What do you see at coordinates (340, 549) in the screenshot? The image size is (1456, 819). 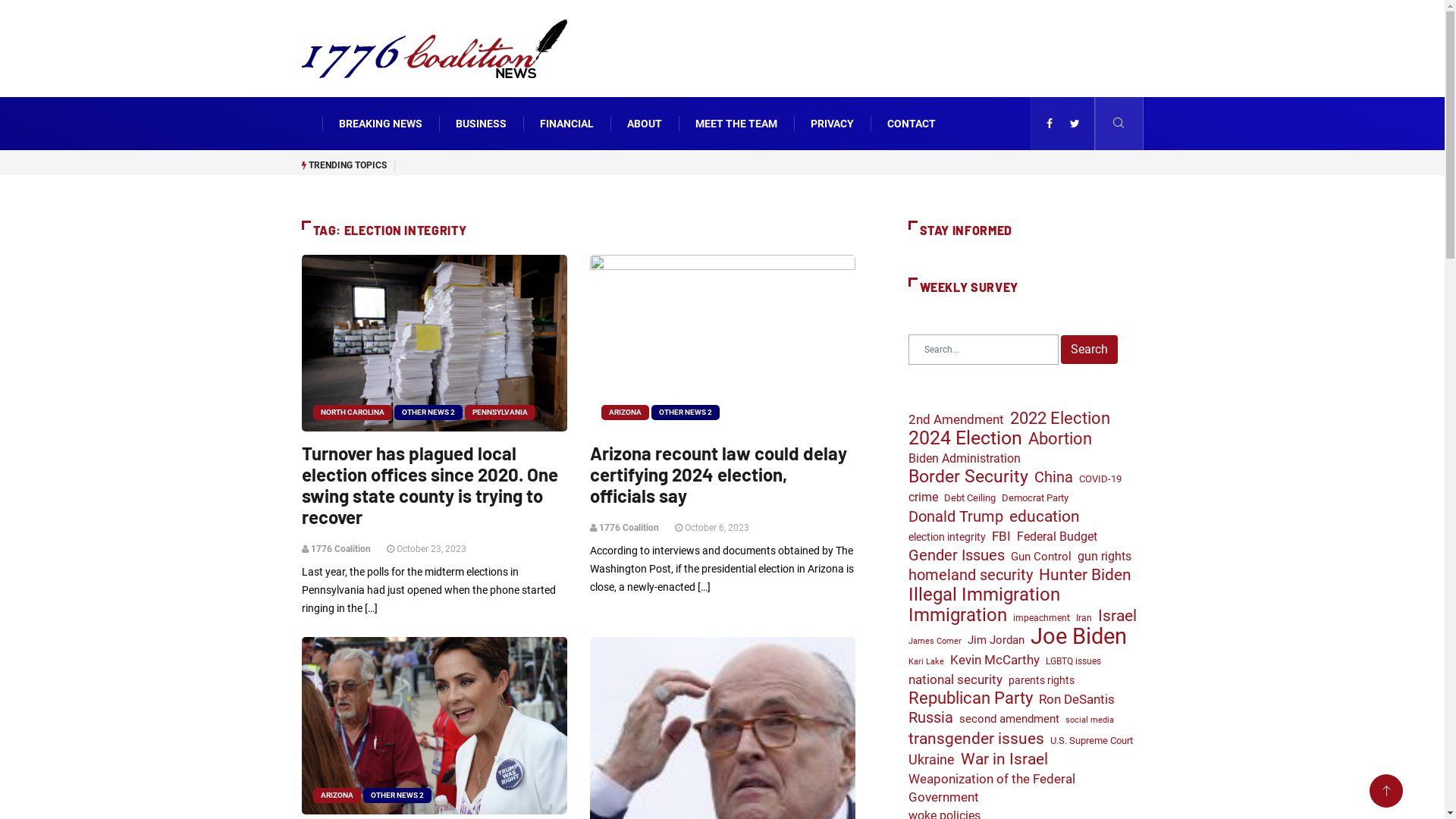 I see `'1776 Coalition'` at bounding box center [340, 549].